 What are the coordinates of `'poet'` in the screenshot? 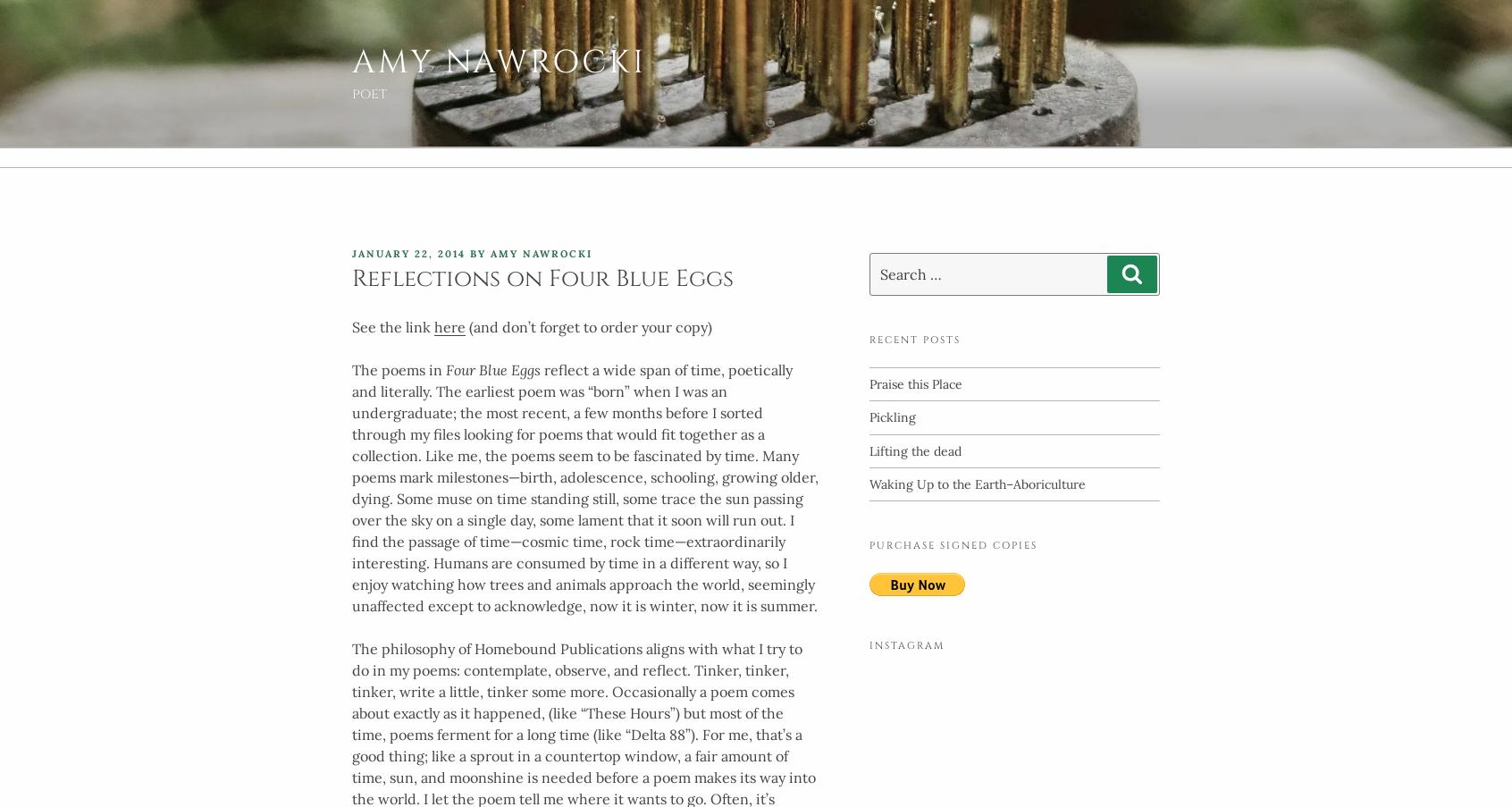 It's located at (352, 94).